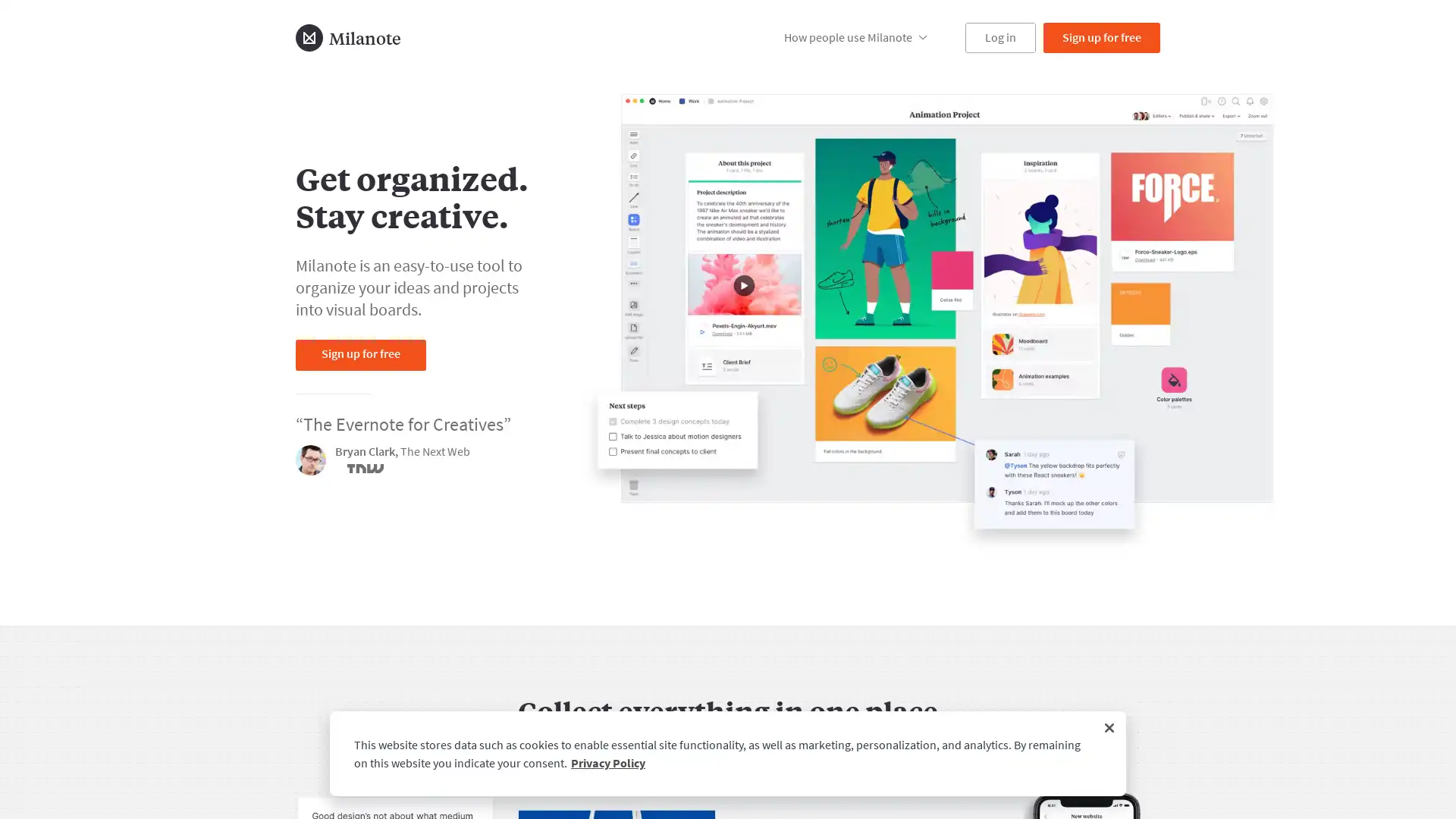  What do you see at coordinates (1109, 727) in the screenshot?
I see `Close` at bounding box center [1109, 727].